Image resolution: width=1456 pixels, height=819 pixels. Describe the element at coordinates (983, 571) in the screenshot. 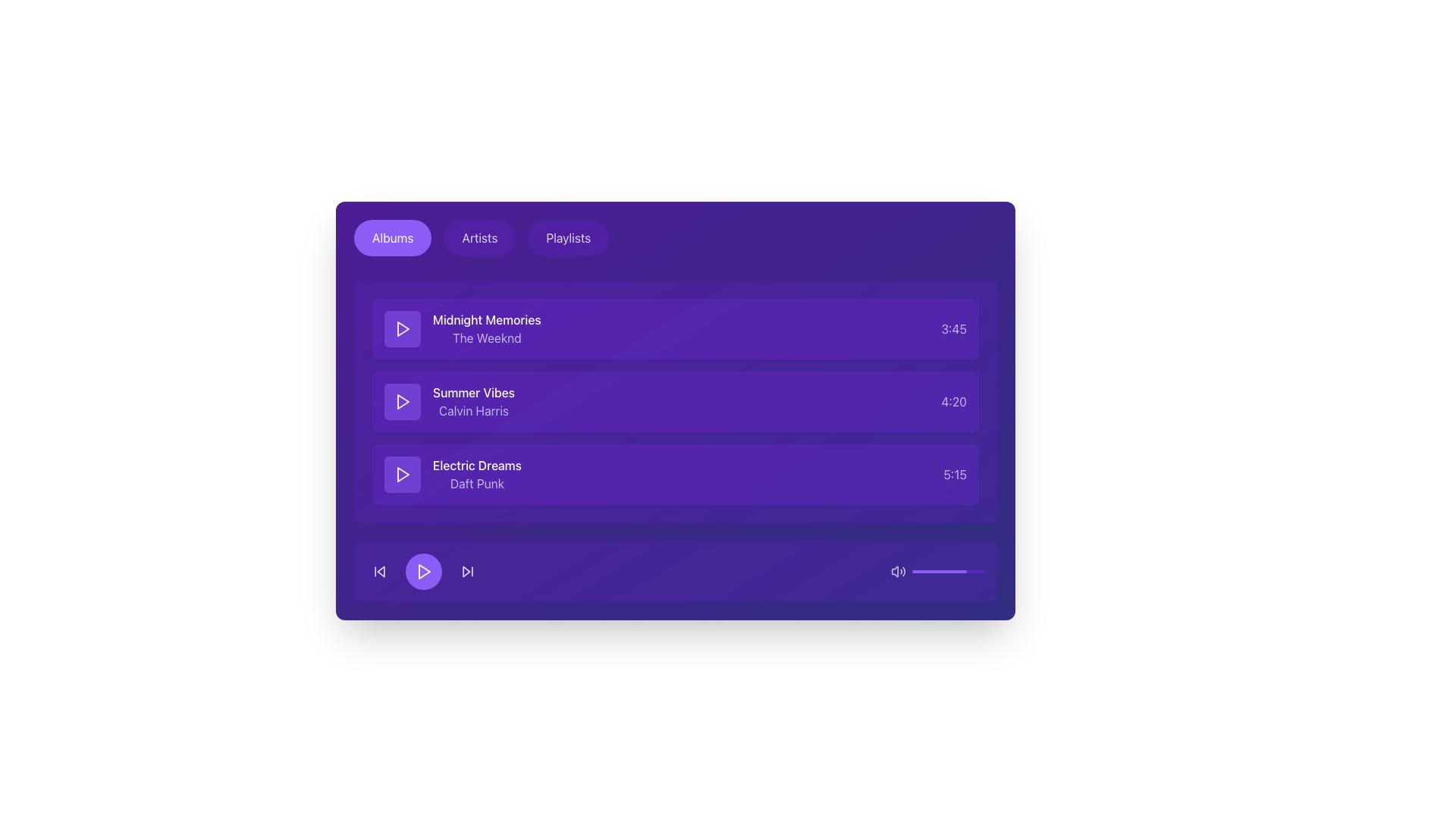

I see `the volume` at that location.